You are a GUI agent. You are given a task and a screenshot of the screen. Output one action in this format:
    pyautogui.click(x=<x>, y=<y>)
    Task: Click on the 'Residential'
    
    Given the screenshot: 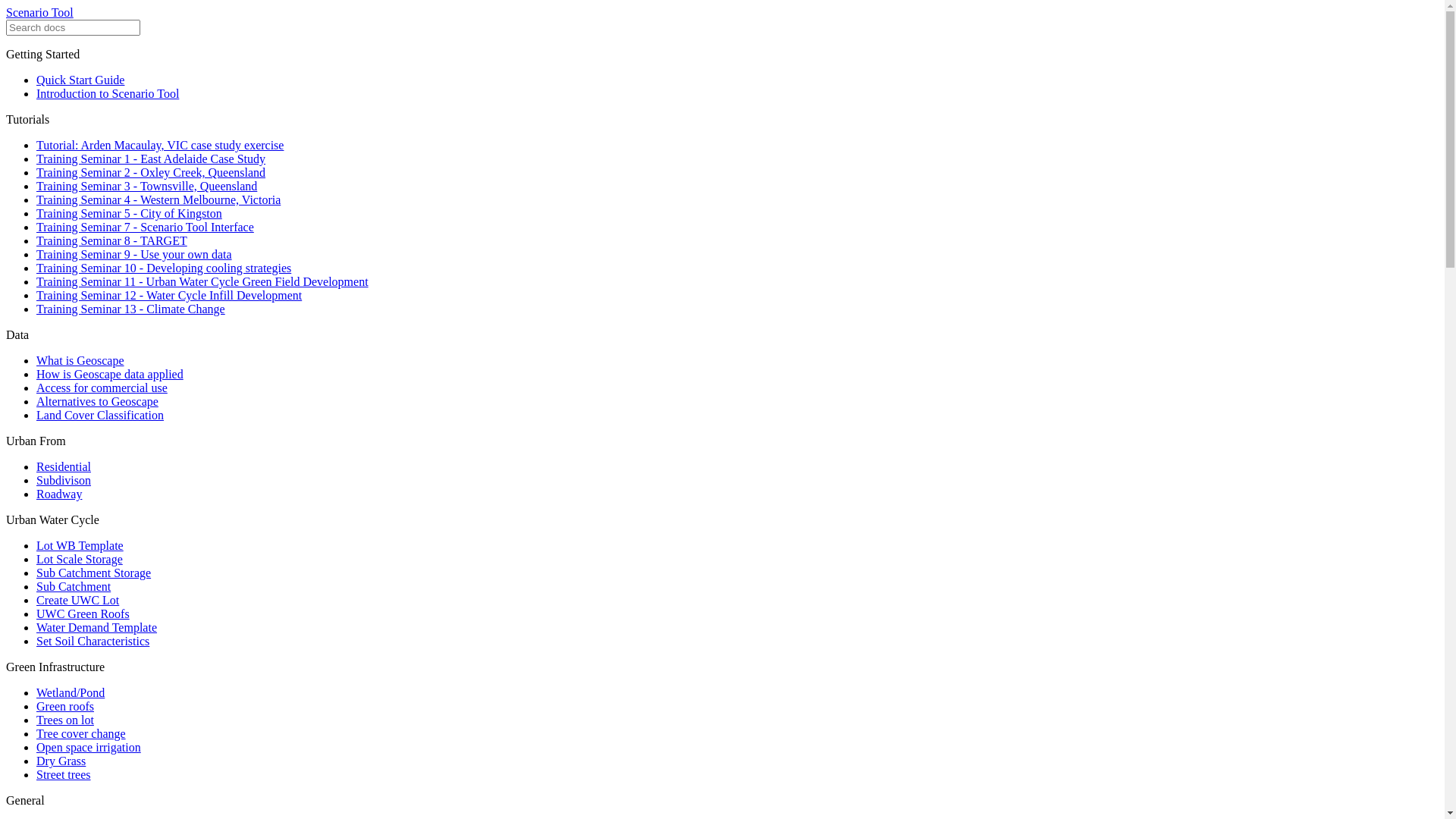 What is the action you would take?
    pyautogui.click(x=62, y=466)
    